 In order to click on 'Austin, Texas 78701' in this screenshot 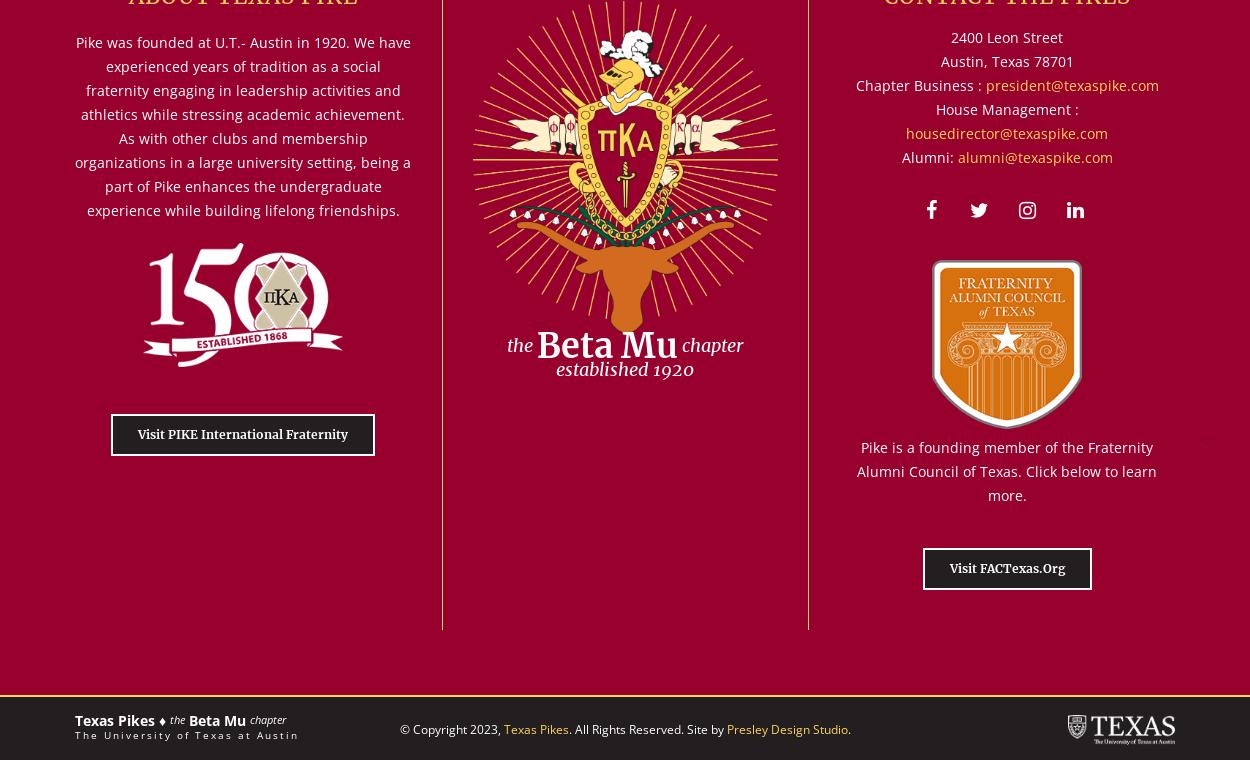, I will do `click(939, 60)`.